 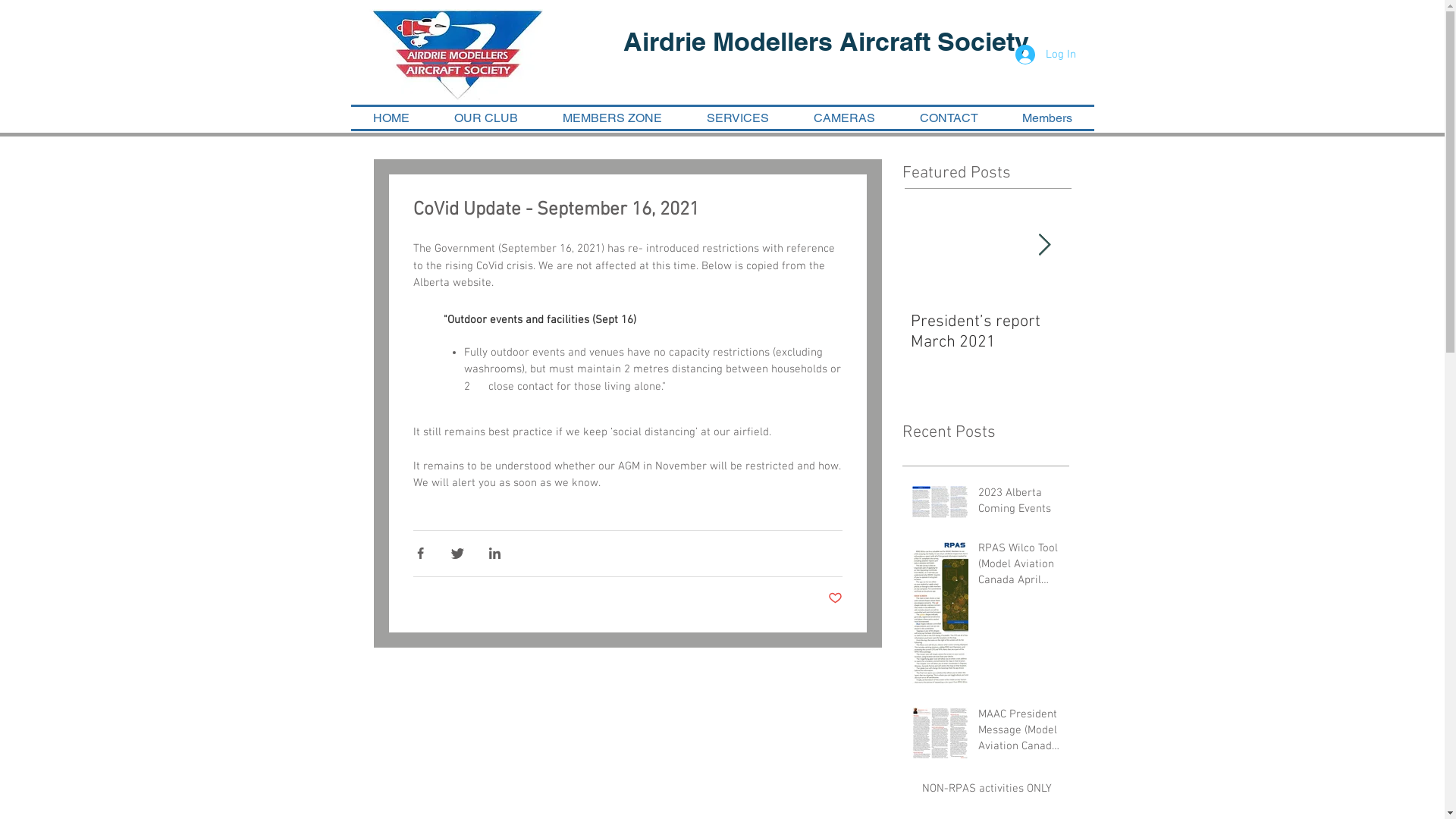 What do you see at coordinates (978, 733) in the screenshot?
I see `'MAAC President Message (Model Aviation Canada April 2023)'` at bounding box center [978, 733].